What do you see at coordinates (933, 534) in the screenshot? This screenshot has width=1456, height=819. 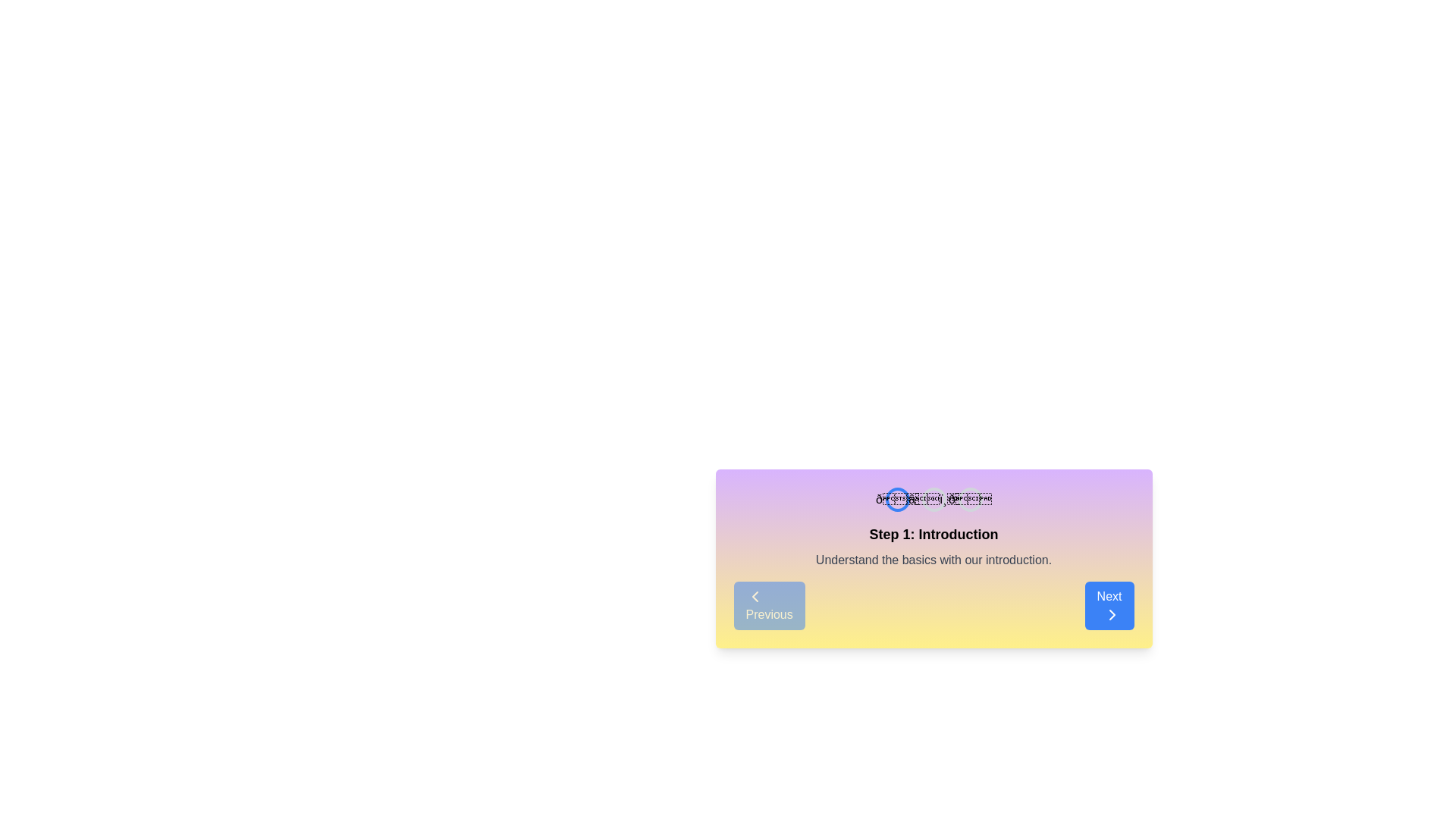 I see `the bold, large-sized text label displaying 'Step 1: Introduction' which is positioned at the top center of its card-like interface` at bounding box center [933, 534].